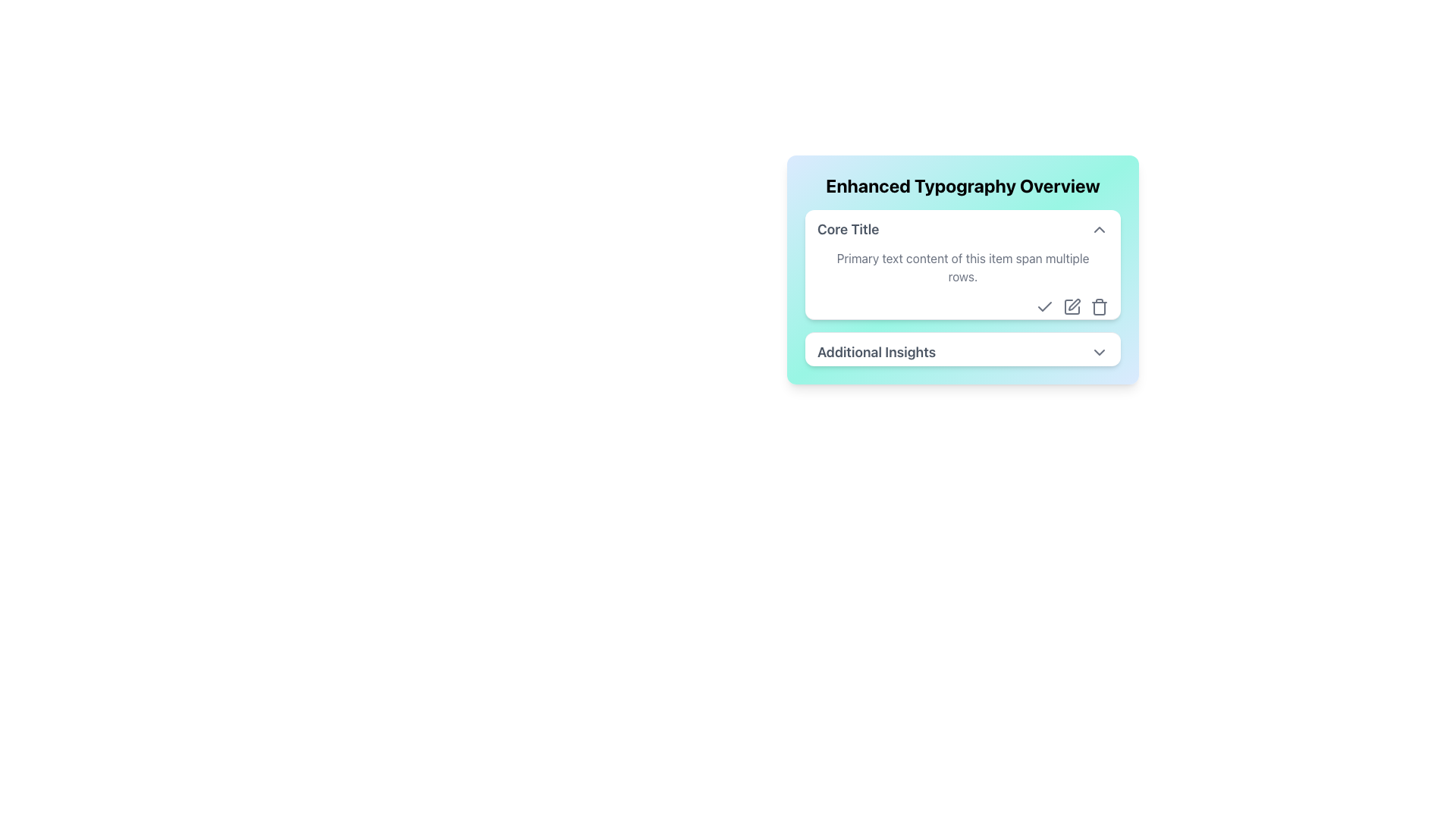 The height and width of the screenshot is (819, 1456). I want to click on text content from the element displaying 'Enhanced Typography Overview', which is a large, bold title located at the top of a card with a gradient blue to teal background, so click(962, 185).